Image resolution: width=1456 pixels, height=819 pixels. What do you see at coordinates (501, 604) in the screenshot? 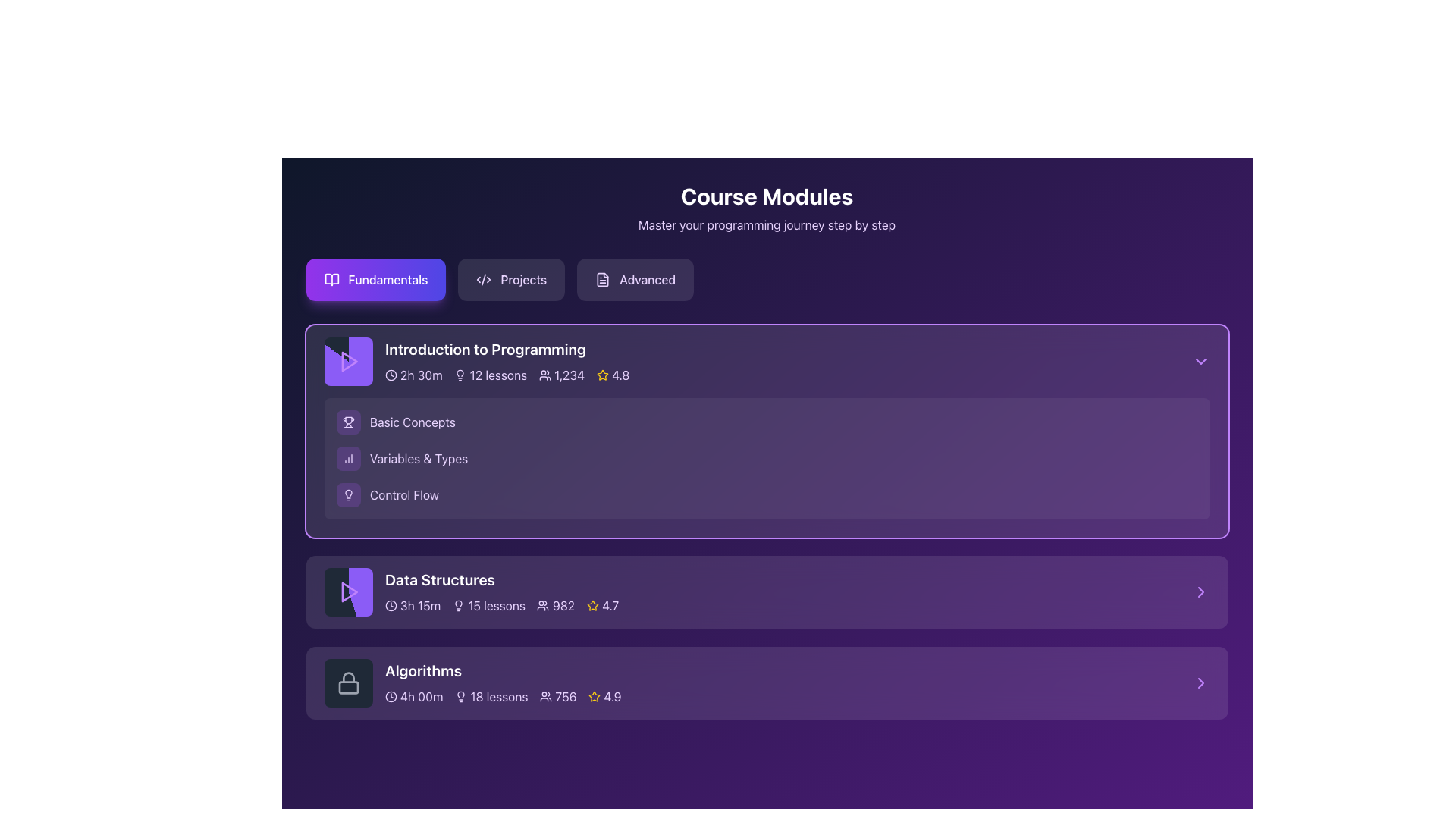
I see `informational text displaying details about the 'Data Structures' course, which includes course duration, number of lessons, number of learners, and rating` at bounding box center [501, 604].